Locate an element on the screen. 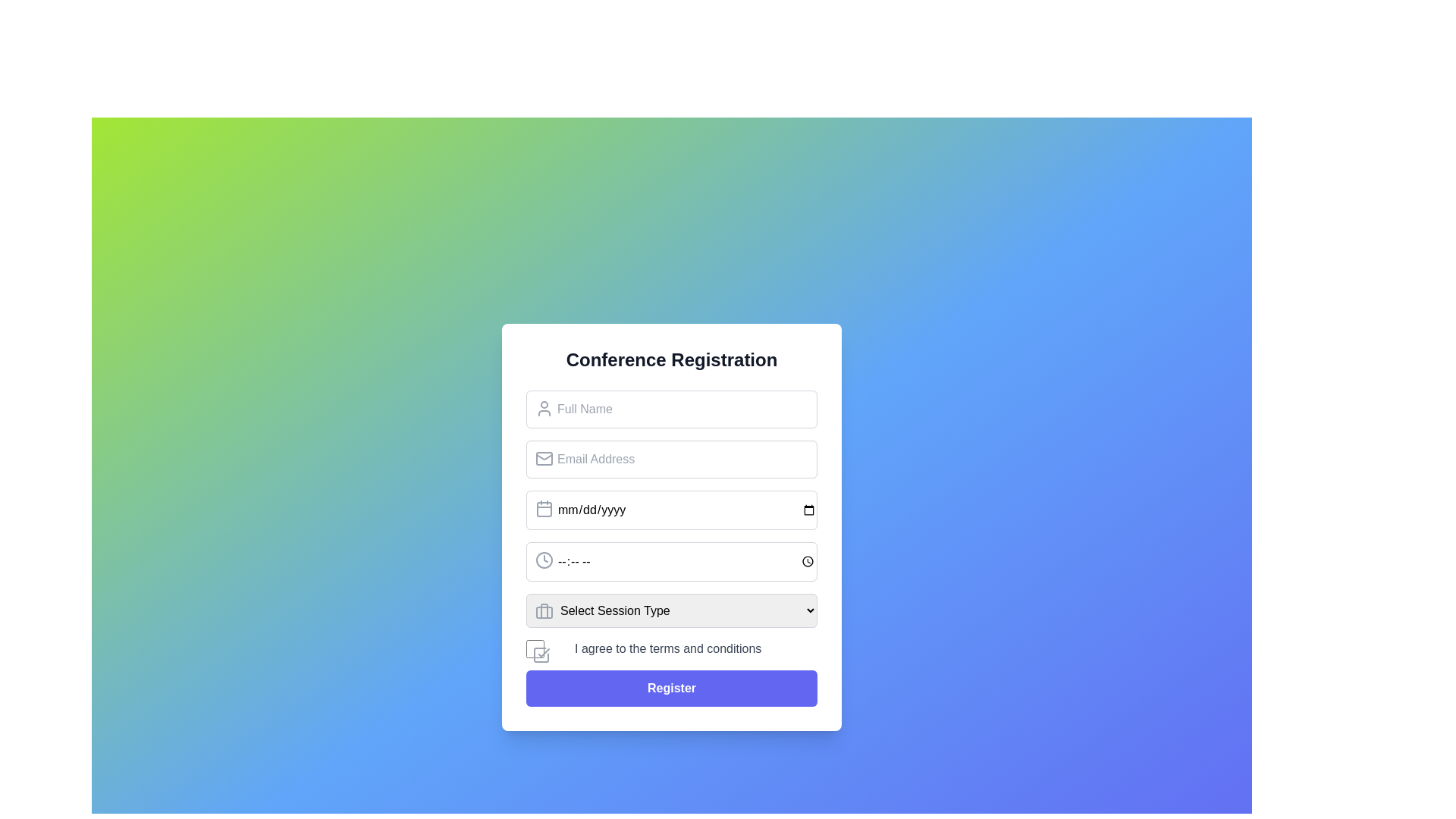  the envelope icon indicating email, located to the left of the email address input box, to trigger a visual change is located at coordinates (544, 455).